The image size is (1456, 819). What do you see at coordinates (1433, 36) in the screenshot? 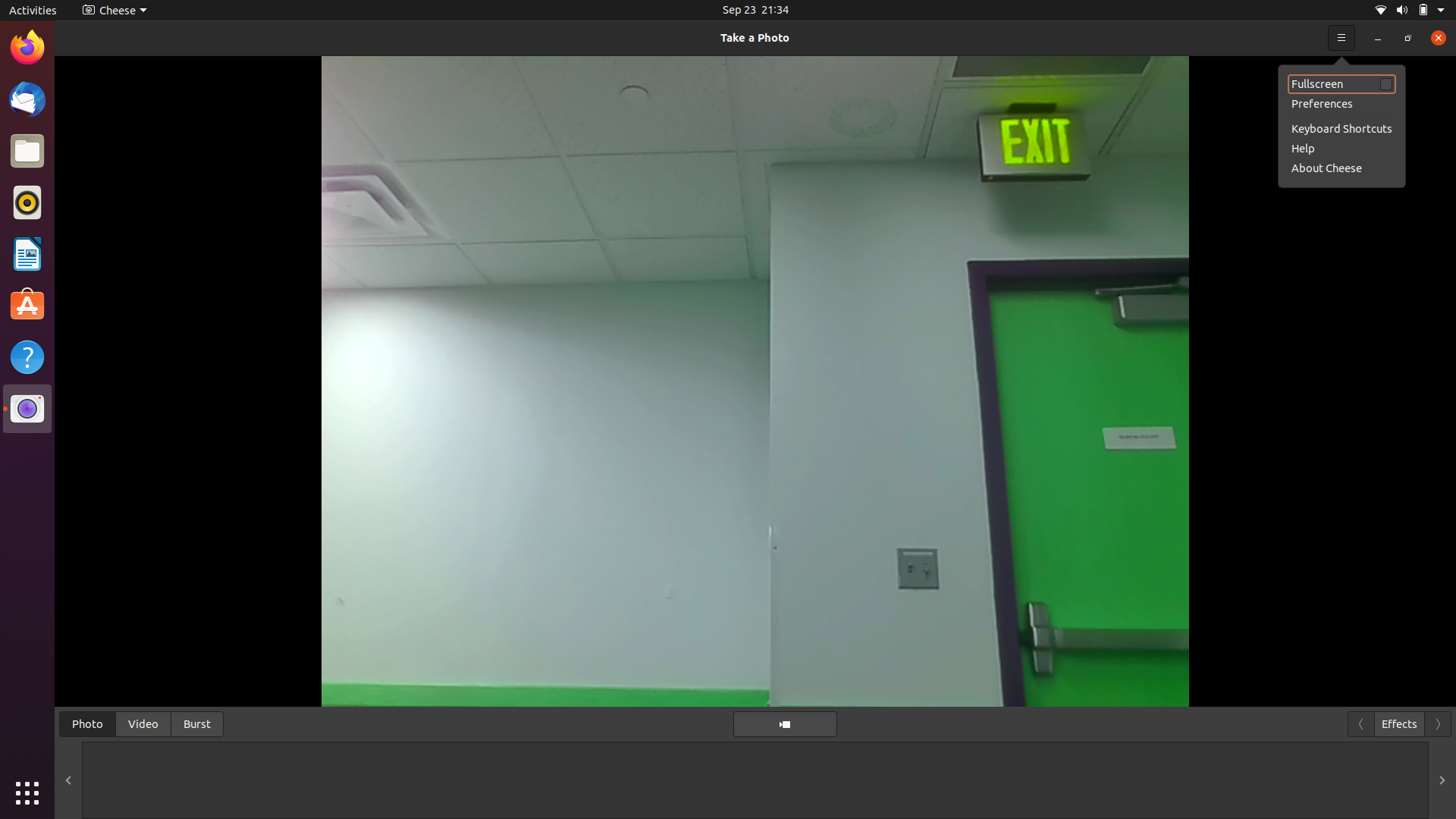
I see `Cheese details on screen` at bounding box center [1433, 36].